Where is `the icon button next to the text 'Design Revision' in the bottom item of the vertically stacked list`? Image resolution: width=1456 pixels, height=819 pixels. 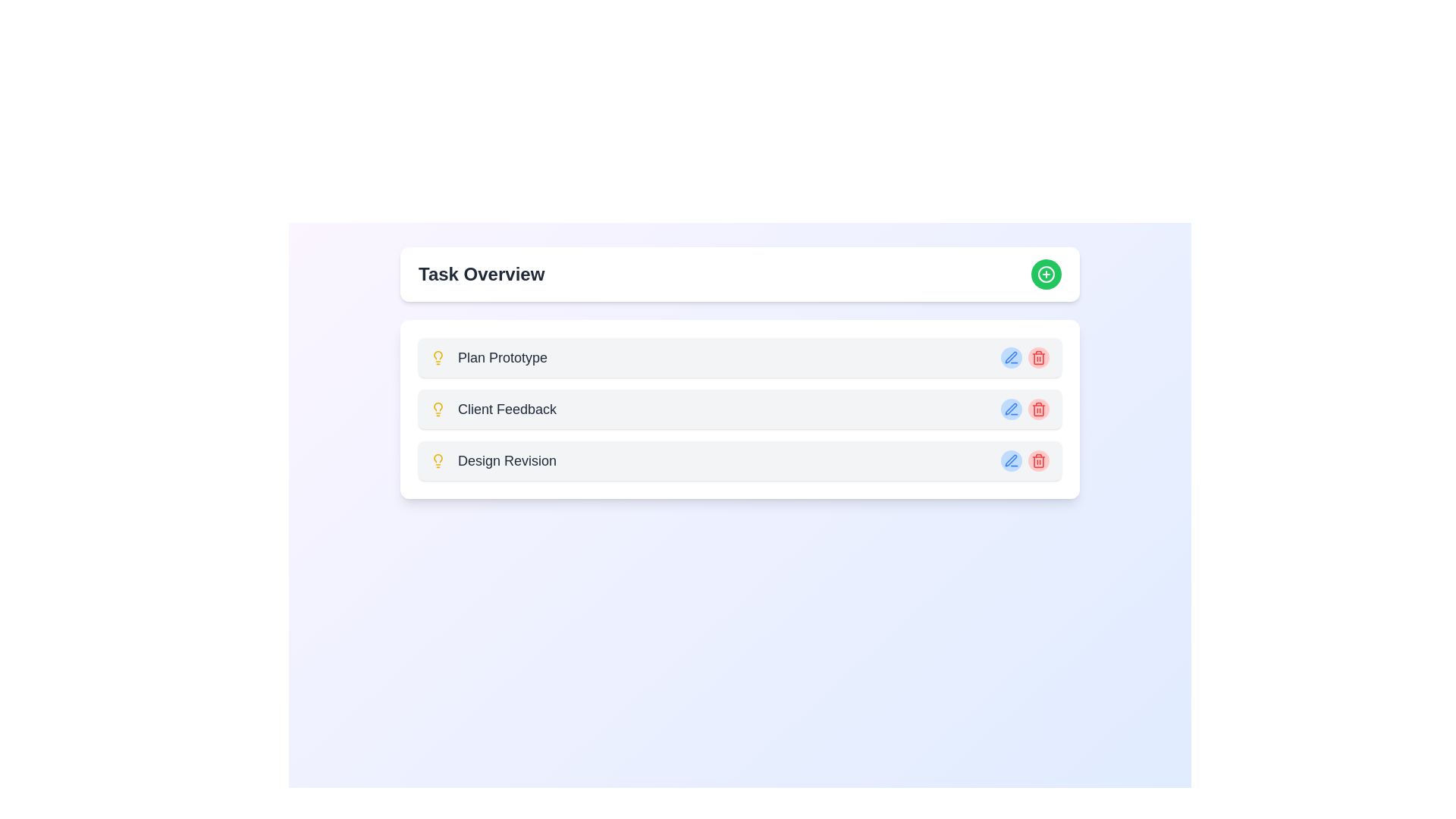 the icon button next to the text 'Design Revision' in the bottom item of the vertically stacked list is located at coordinates (1012, 460).